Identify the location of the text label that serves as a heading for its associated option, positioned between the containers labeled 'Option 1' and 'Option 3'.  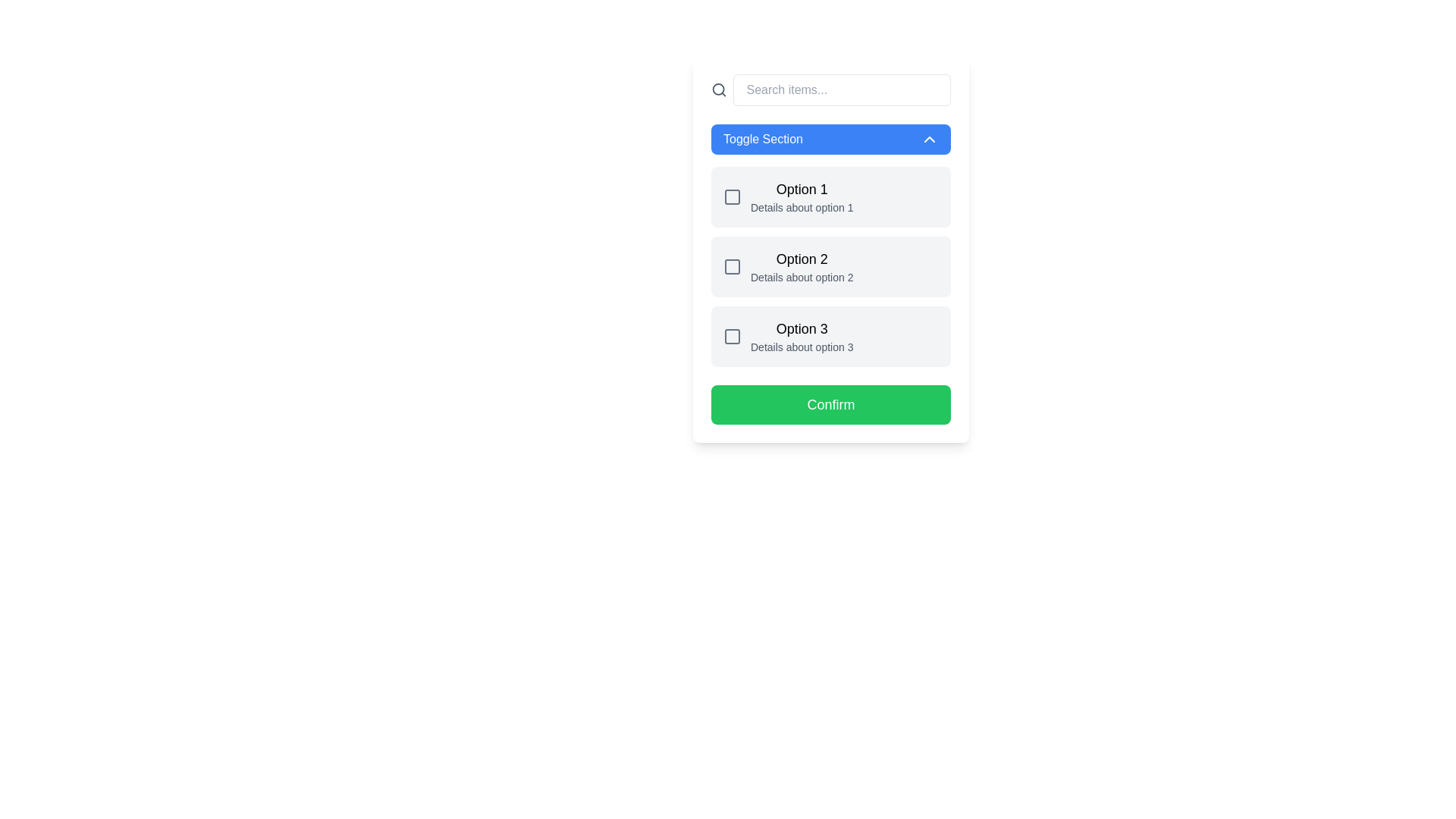
(801, 259).